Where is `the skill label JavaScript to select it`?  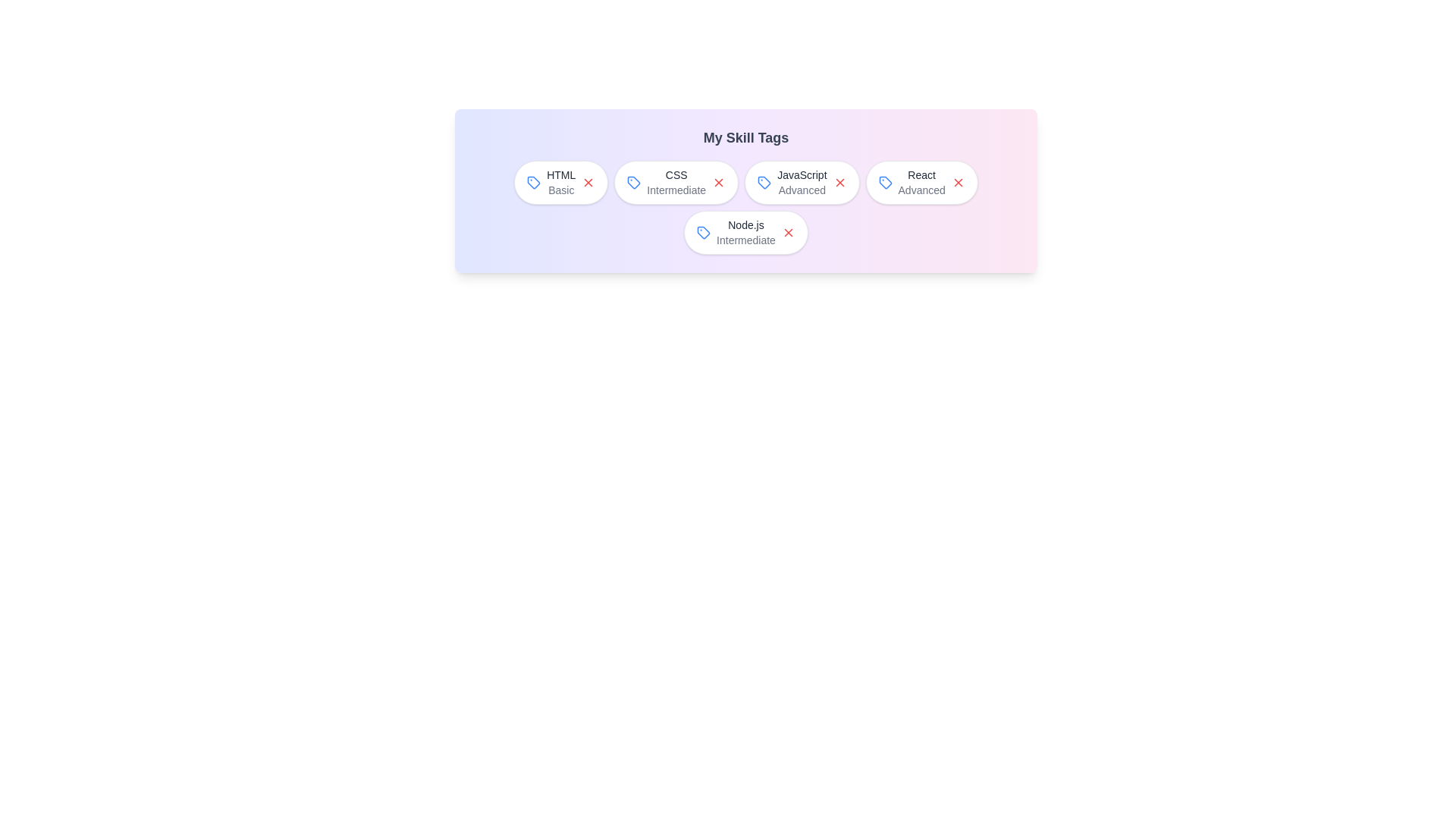 the skill label JavaScript to select it is located at coordinates (800, 181).